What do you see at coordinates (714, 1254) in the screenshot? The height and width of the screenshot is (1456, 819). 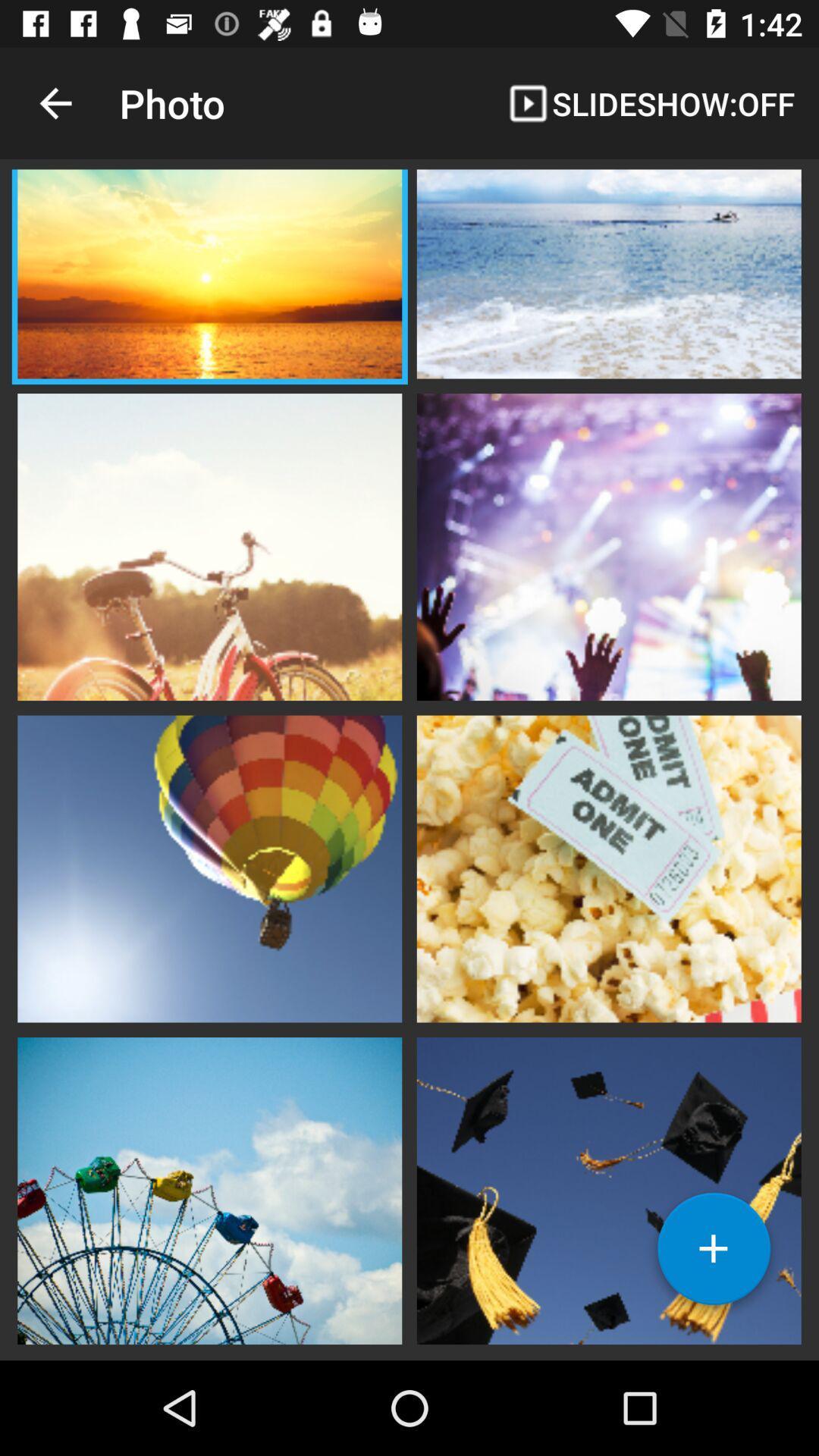 I see `a photo` at bounding box center [714, 1254].